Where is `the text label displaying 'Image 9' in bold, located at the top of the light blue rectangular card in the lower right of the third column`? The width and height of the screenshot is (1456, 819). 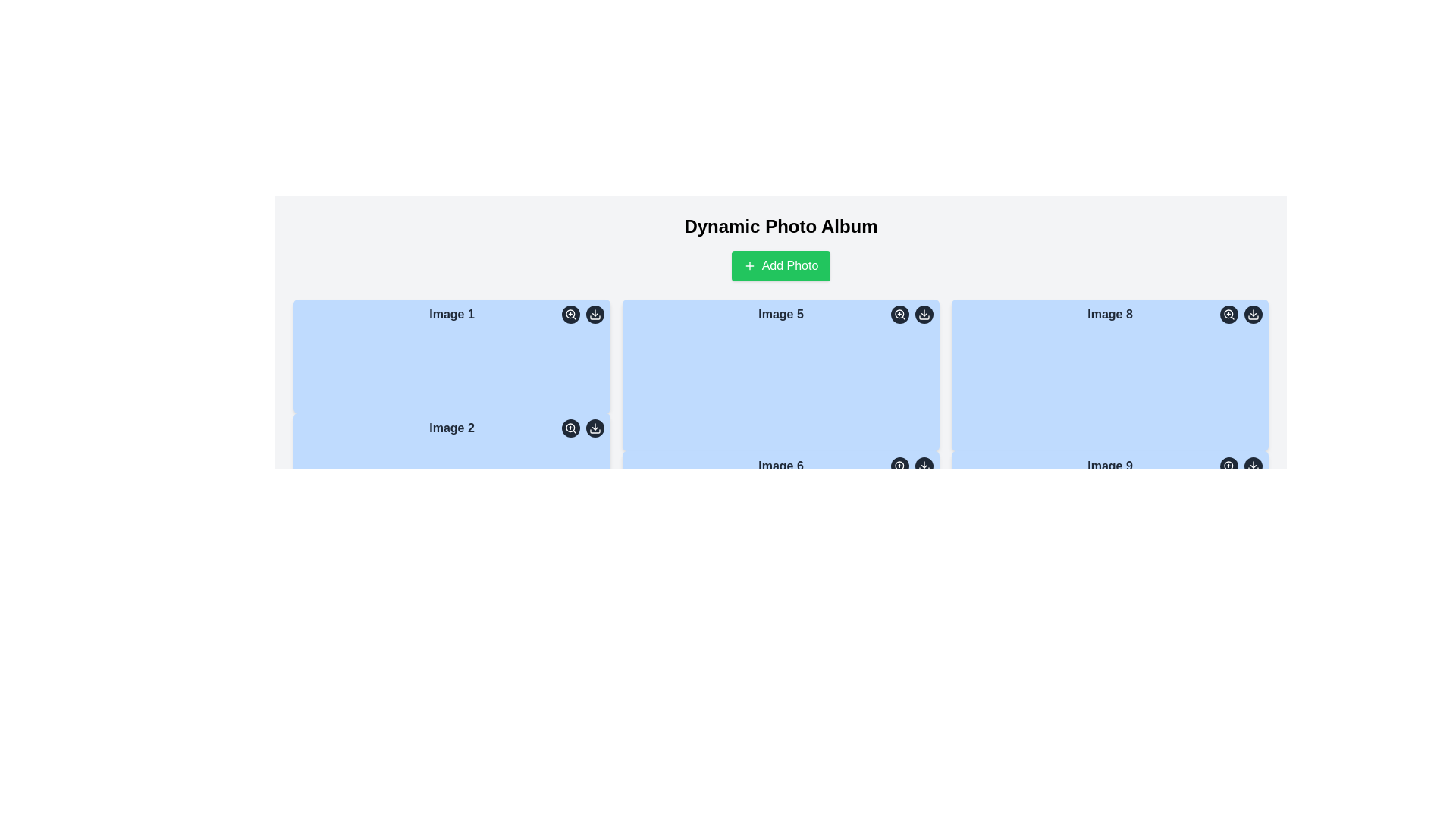
the text label displaying 'Image 9' in bold, located at the top of the light blue rectangular card in the lower right of the third column is located at coordinates (1110, 465).